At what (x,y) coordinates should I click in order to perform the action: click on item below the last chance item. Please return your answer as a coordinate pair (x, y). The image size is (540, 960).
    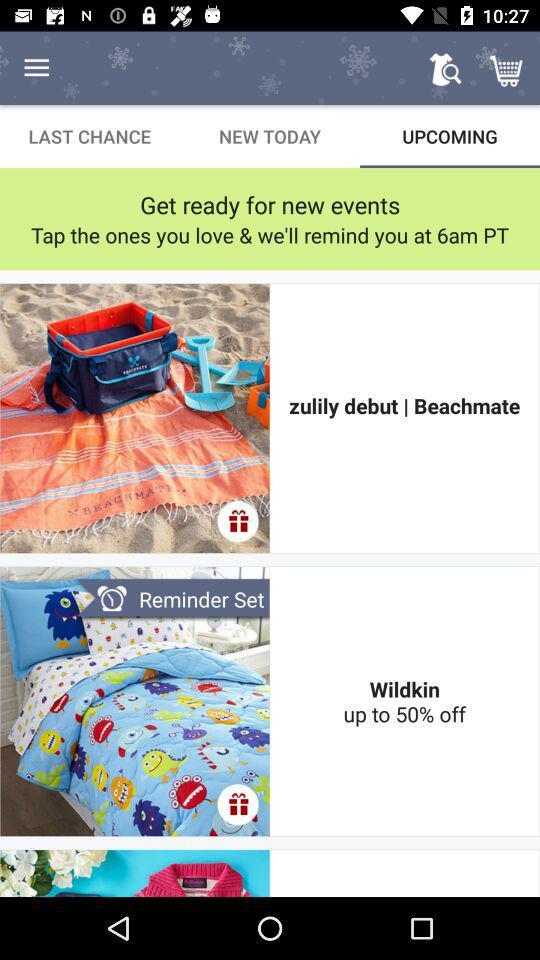
    Looking at the image, I should click on (270, 204).